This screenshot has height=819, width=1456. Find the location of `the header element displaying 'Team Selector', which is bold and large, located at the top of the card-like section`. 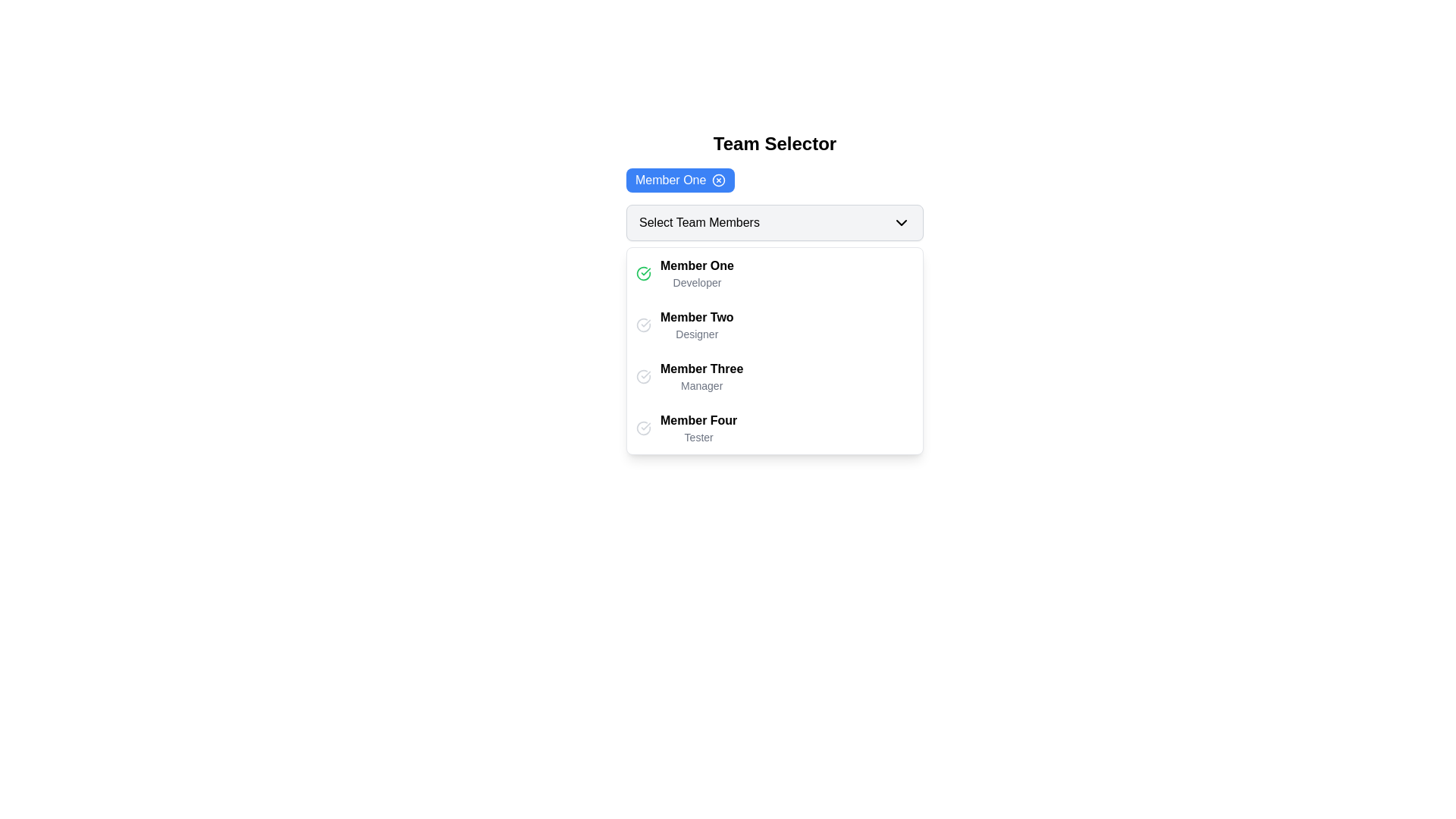

the header element displaying 'Team Selector', which is bold and large, located at the top of the card-like section is located at coordinates (775, 143).